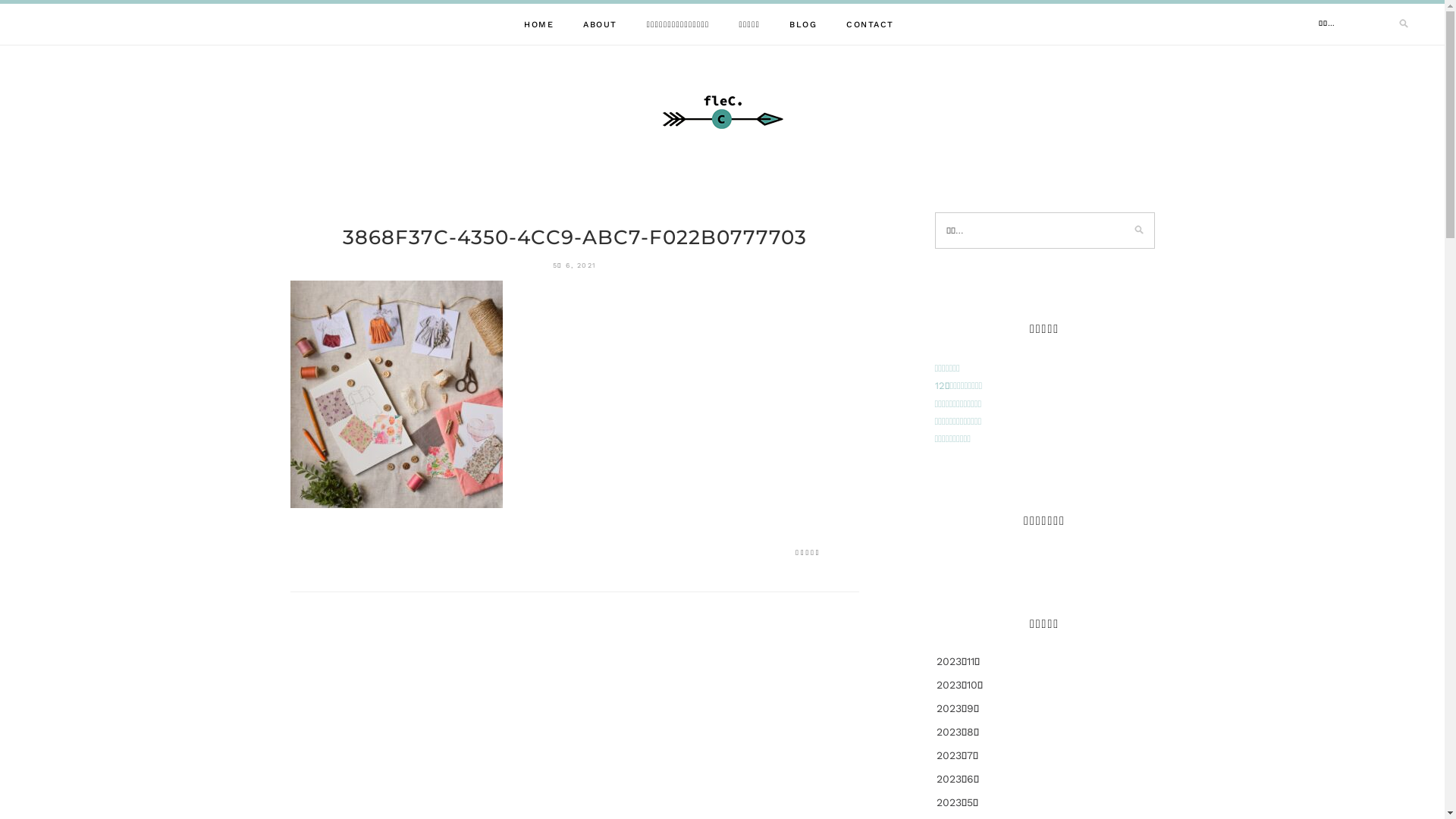  Describe the element at coordinates (599, 24) in the screenshot. I see `'ABOUT'` at that location.